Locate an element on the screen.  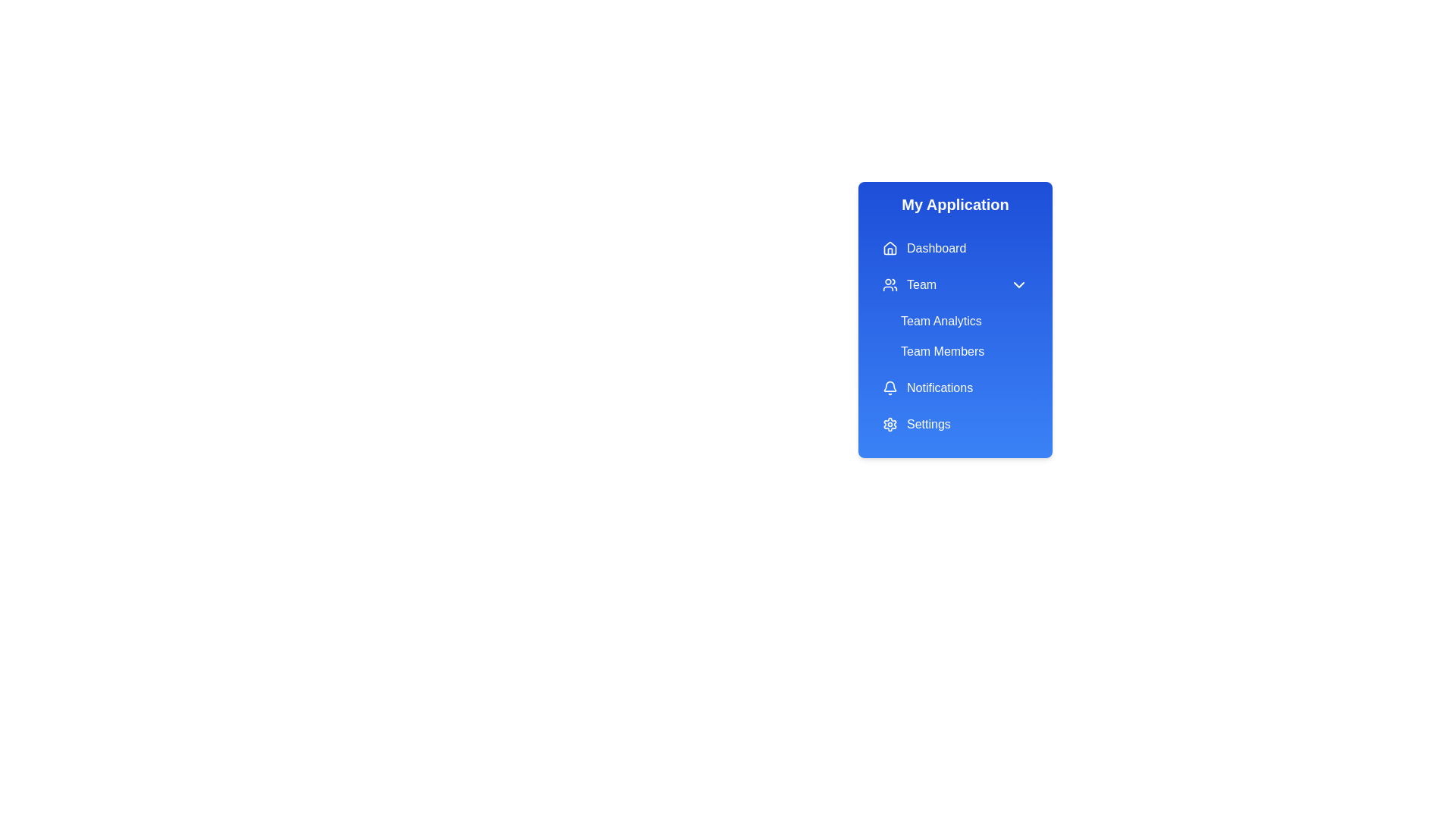
the bell icon located in the left panel of the interface next to the 'Notifications' label is located at coordinates (890, 388).